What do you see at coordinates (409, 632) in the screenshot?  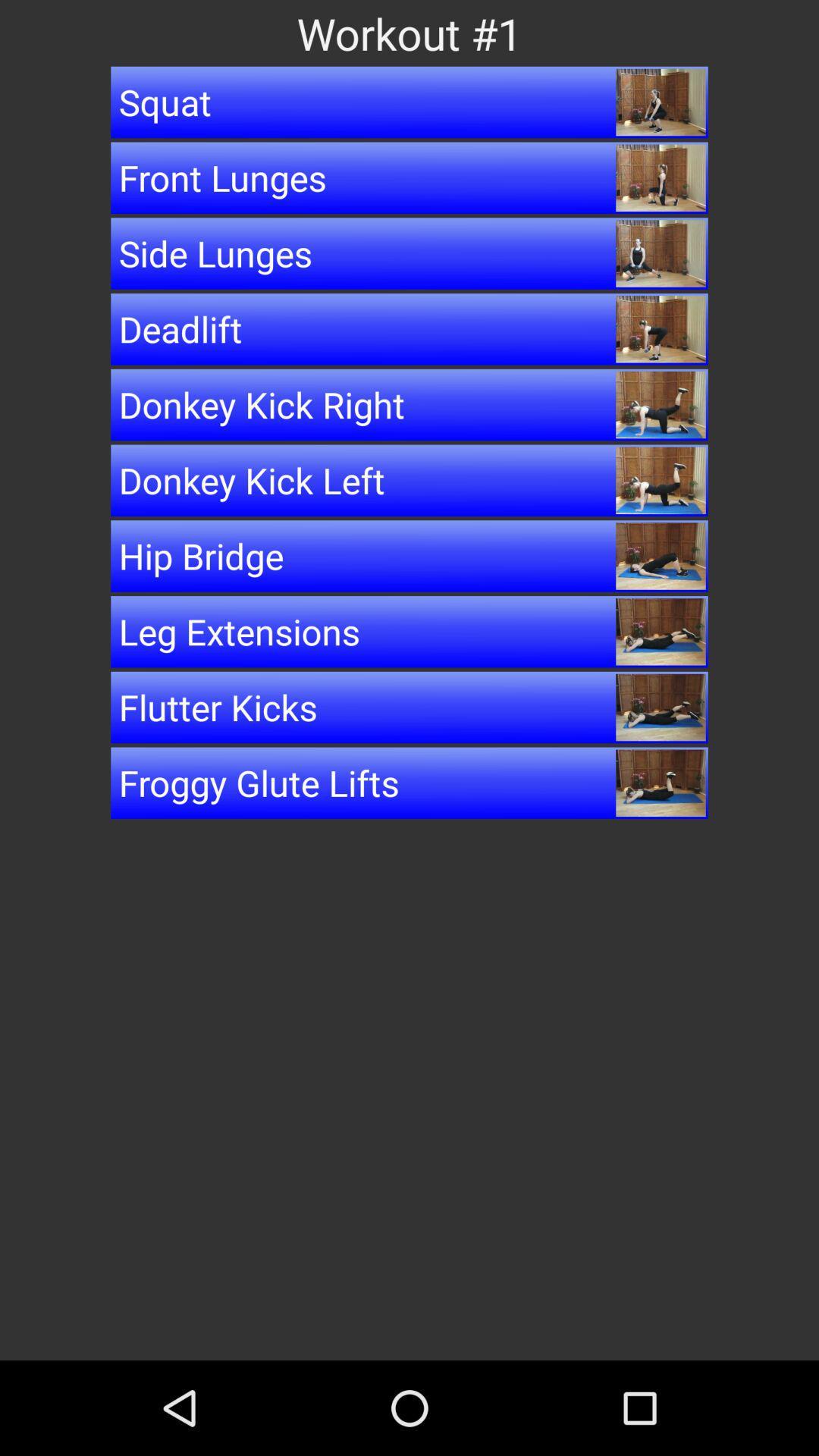 I see `the leg extensions item` at bounding box center [409, 632].